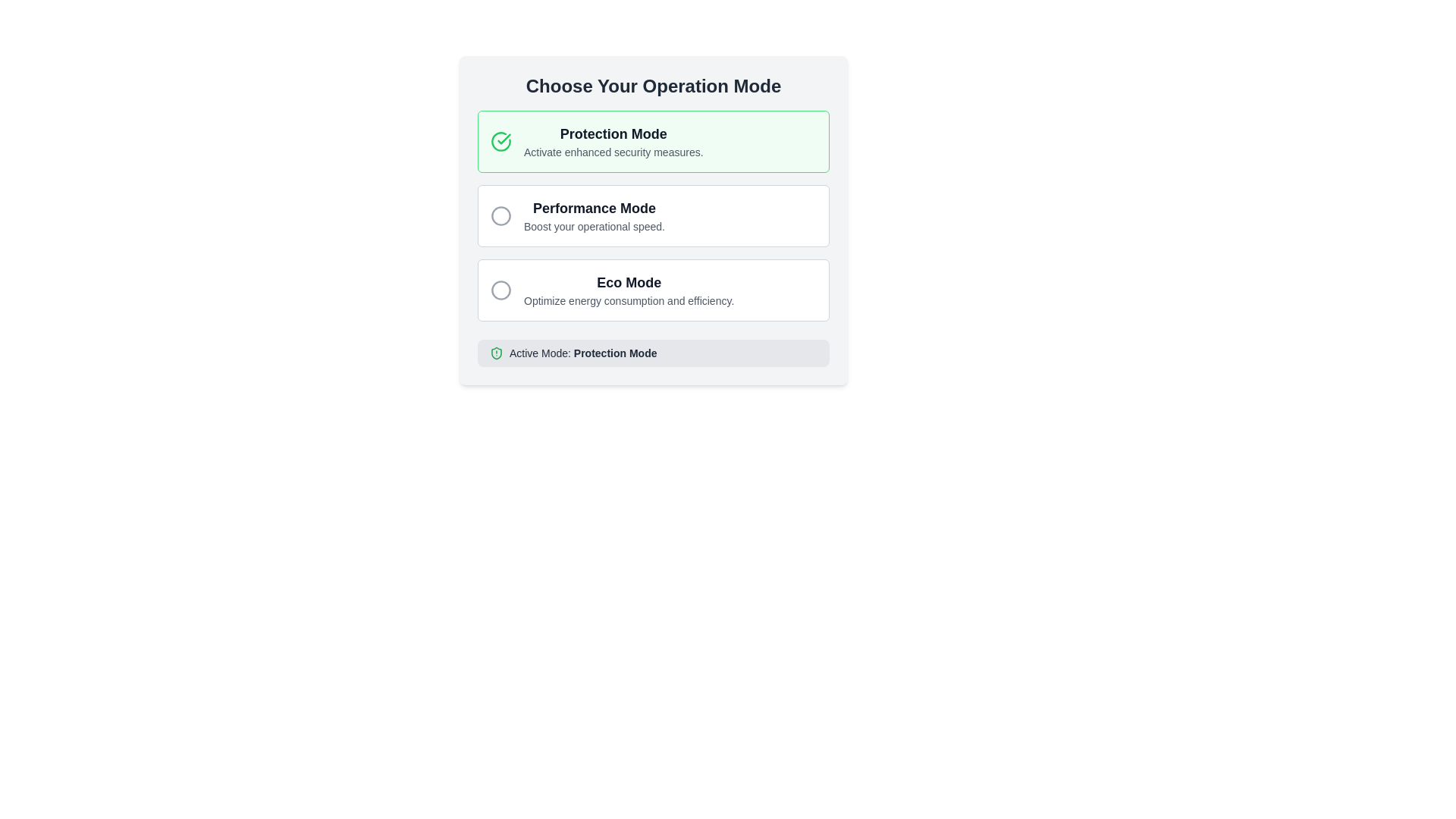 The width and height of the screenshot is (1456, 819). I want to click on the icon indicating the 'Performance Mode' status, located on the left side of the 'Performance Mode' section, so click(501, 216).